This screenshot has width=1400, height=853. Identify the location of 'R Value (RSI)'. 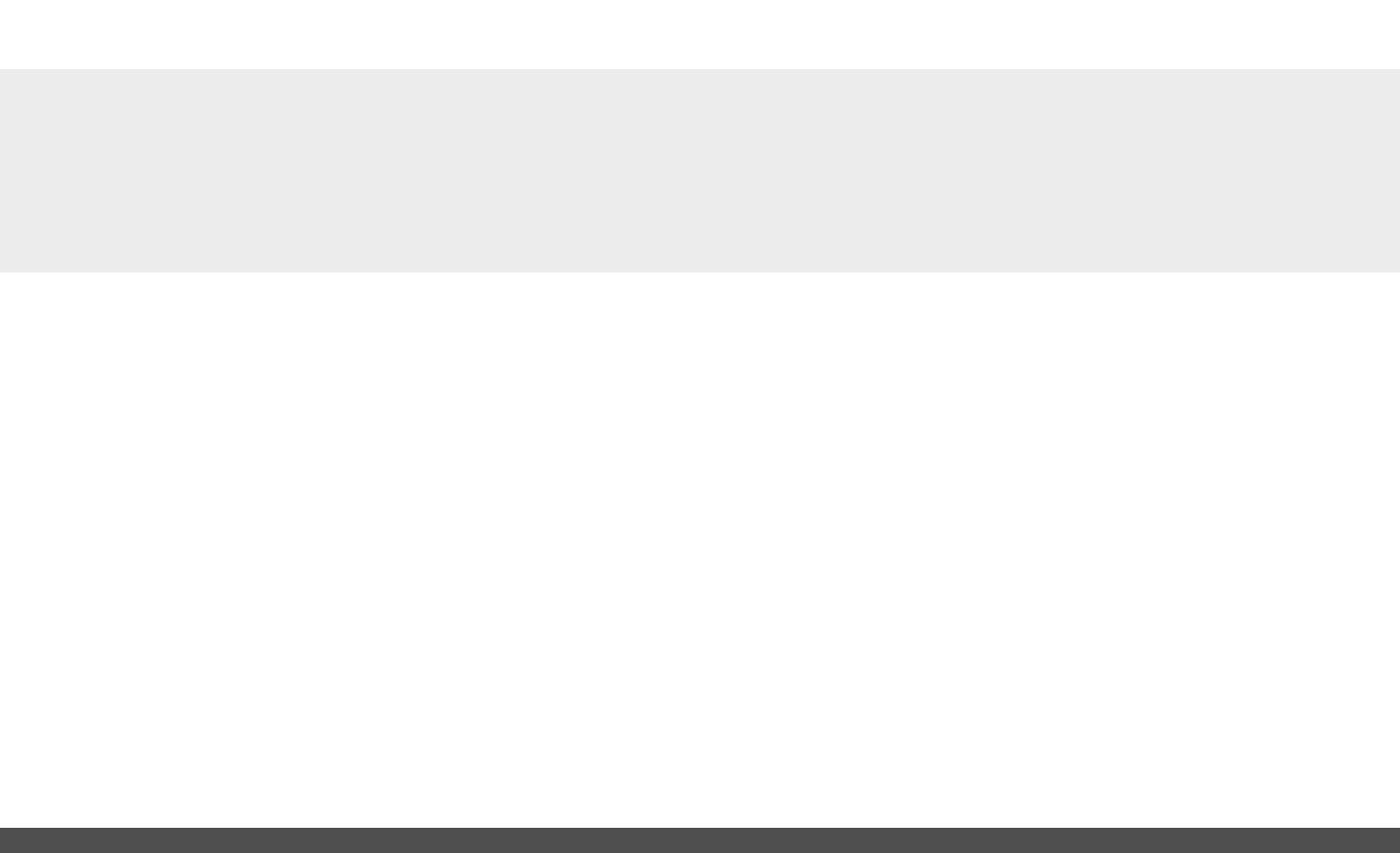
(371, 573).